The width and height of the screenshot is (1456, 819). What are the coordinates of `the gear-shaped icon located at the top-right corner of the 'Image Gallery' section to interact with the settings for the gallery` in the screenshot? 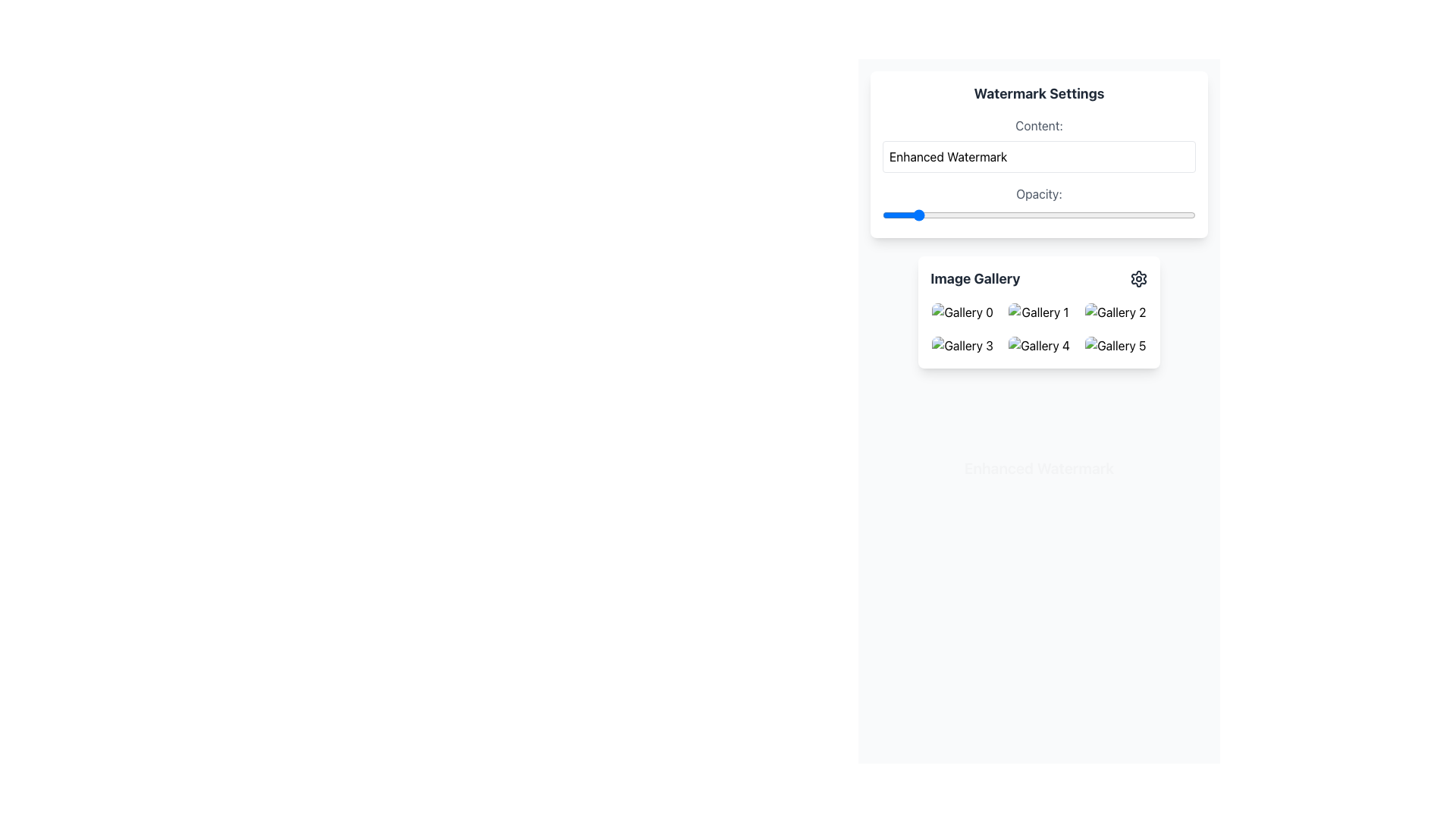 It's located at (1138, 278).